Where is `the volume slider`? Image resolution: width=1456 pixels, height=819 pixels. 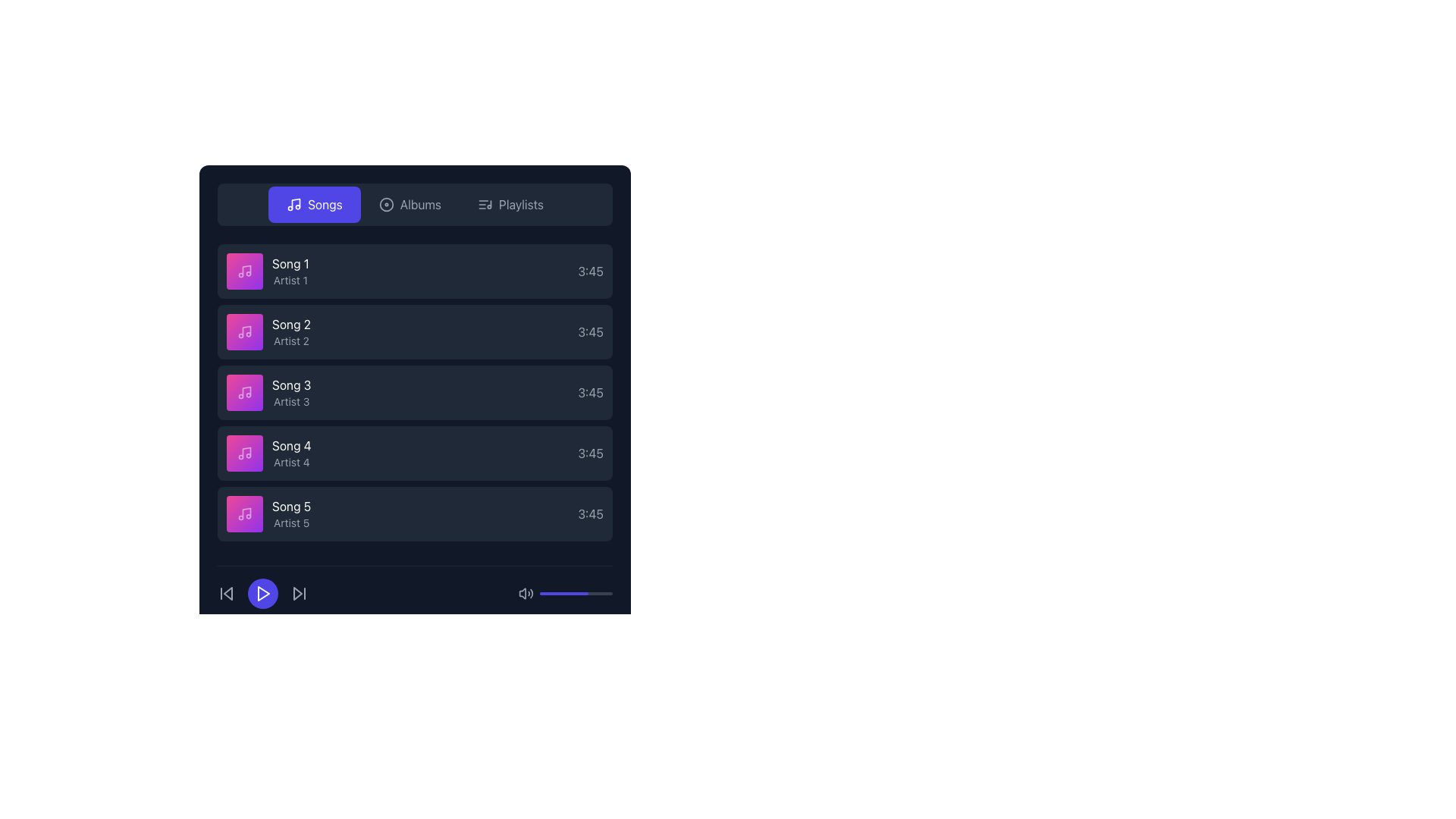 the volume slider is located at coordinates (563, 593).